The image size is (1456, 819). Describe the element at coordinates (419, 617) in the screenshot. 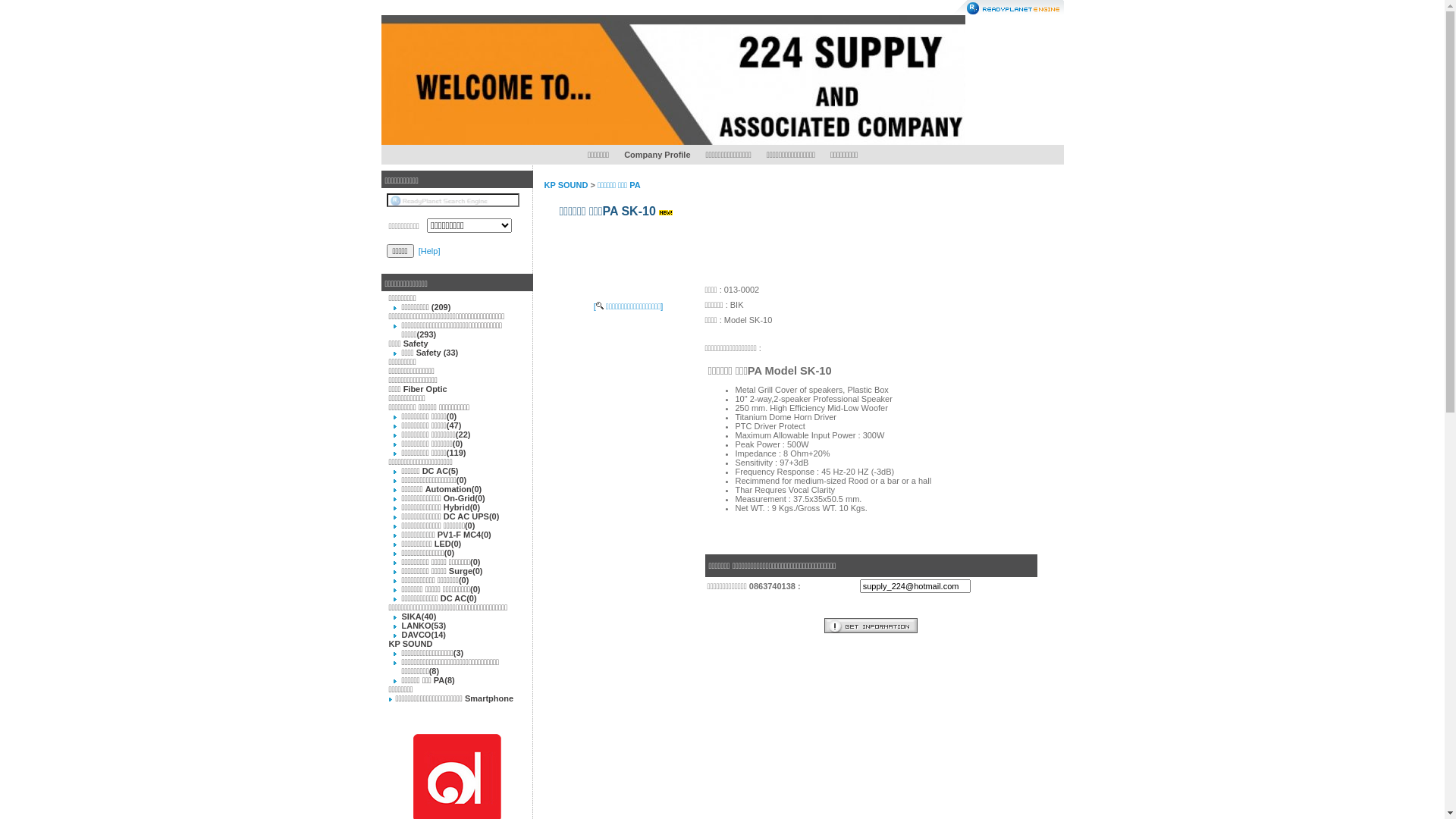

I see `'SIKA(40)'` at that location.